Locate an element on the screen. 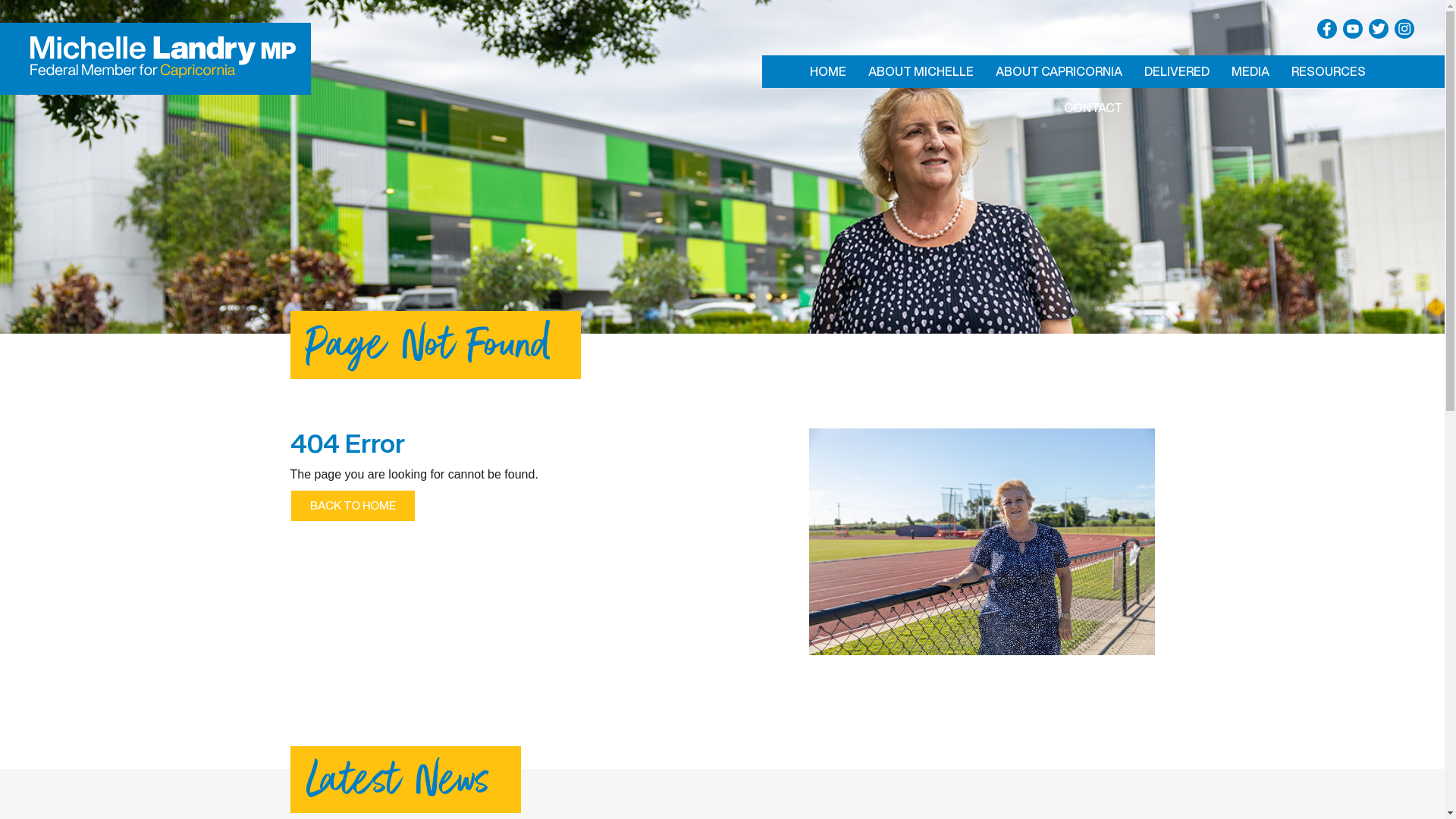 Image resolution: width=1456 pixels, height=819 pixels. 'BACK TO HOME' is located at coordinates (290, 506).